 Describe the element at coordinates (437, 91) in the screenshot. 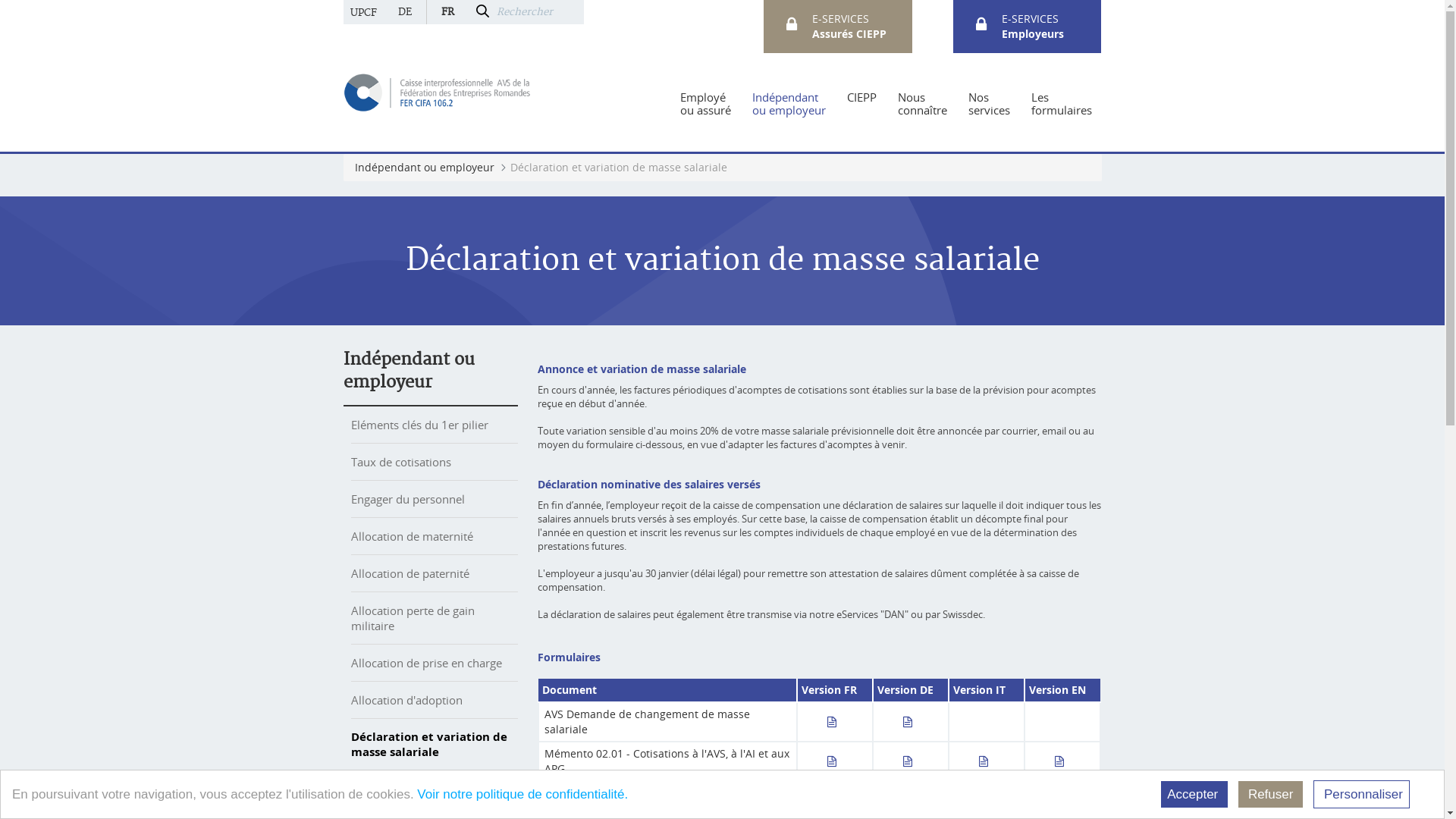

I see `' CIFA'` at that location.